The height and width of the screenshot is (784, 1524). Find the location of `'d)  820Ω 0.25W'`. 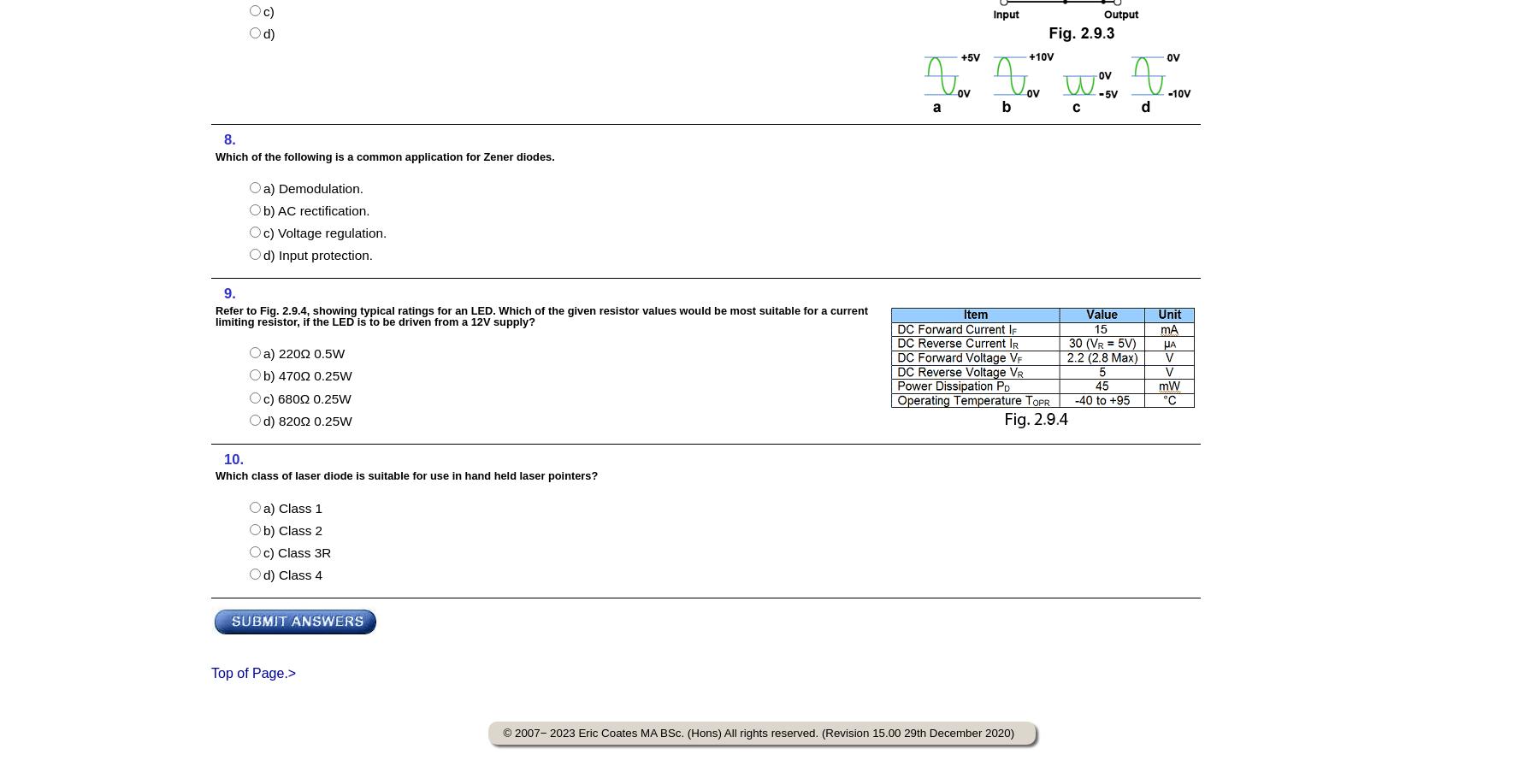

'd)  820Ω 0.25W' is located at coordinates (262, 419).